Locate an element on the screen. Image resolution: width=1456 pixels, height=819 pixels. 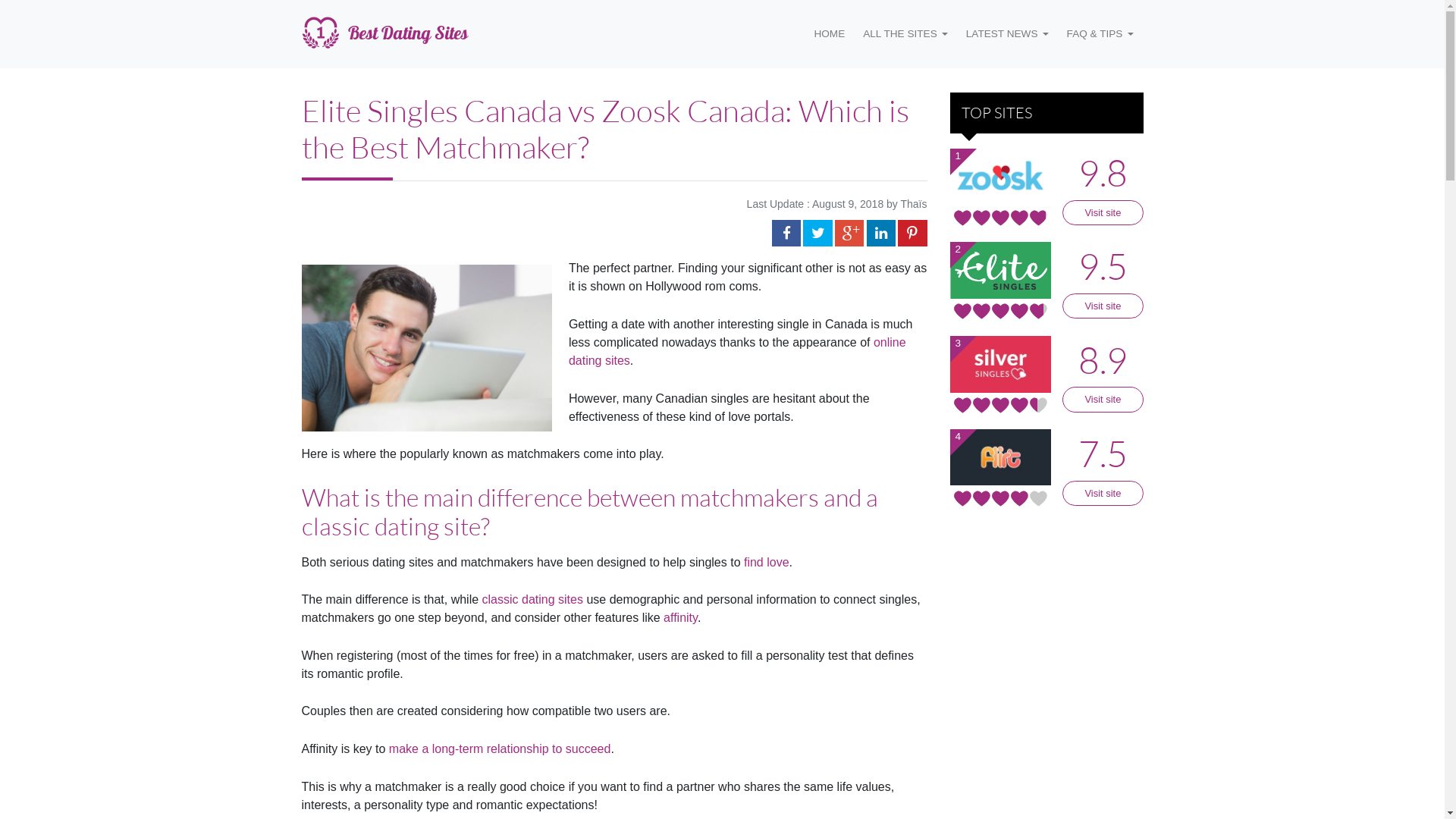
'make a long-term relationship to succeed' is located at coordinates (500, 748).